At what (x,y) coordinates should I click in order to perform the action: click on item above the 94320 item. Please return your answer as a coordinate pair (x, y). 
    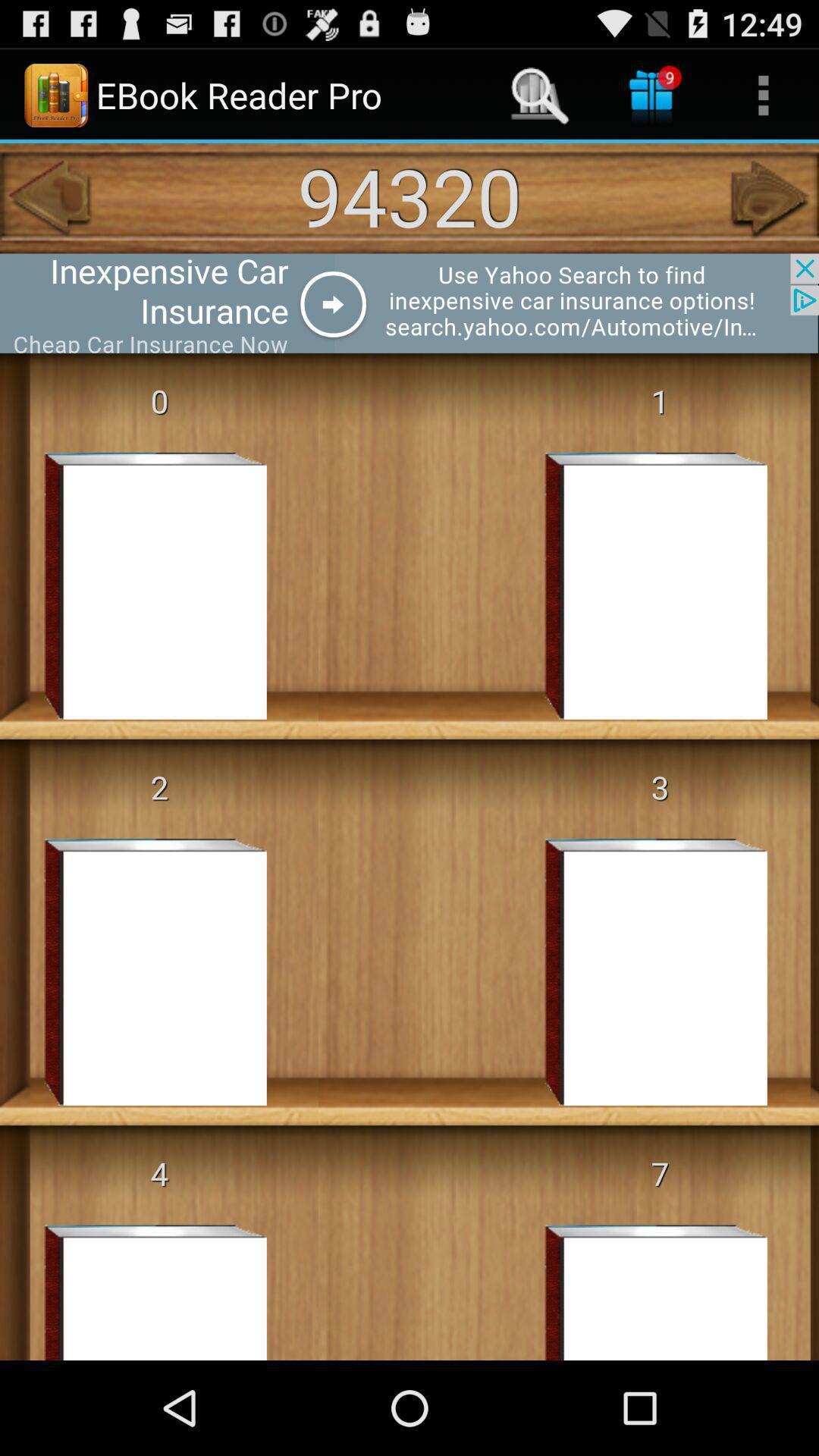
    Looking at the image, I should click on (651, 94).